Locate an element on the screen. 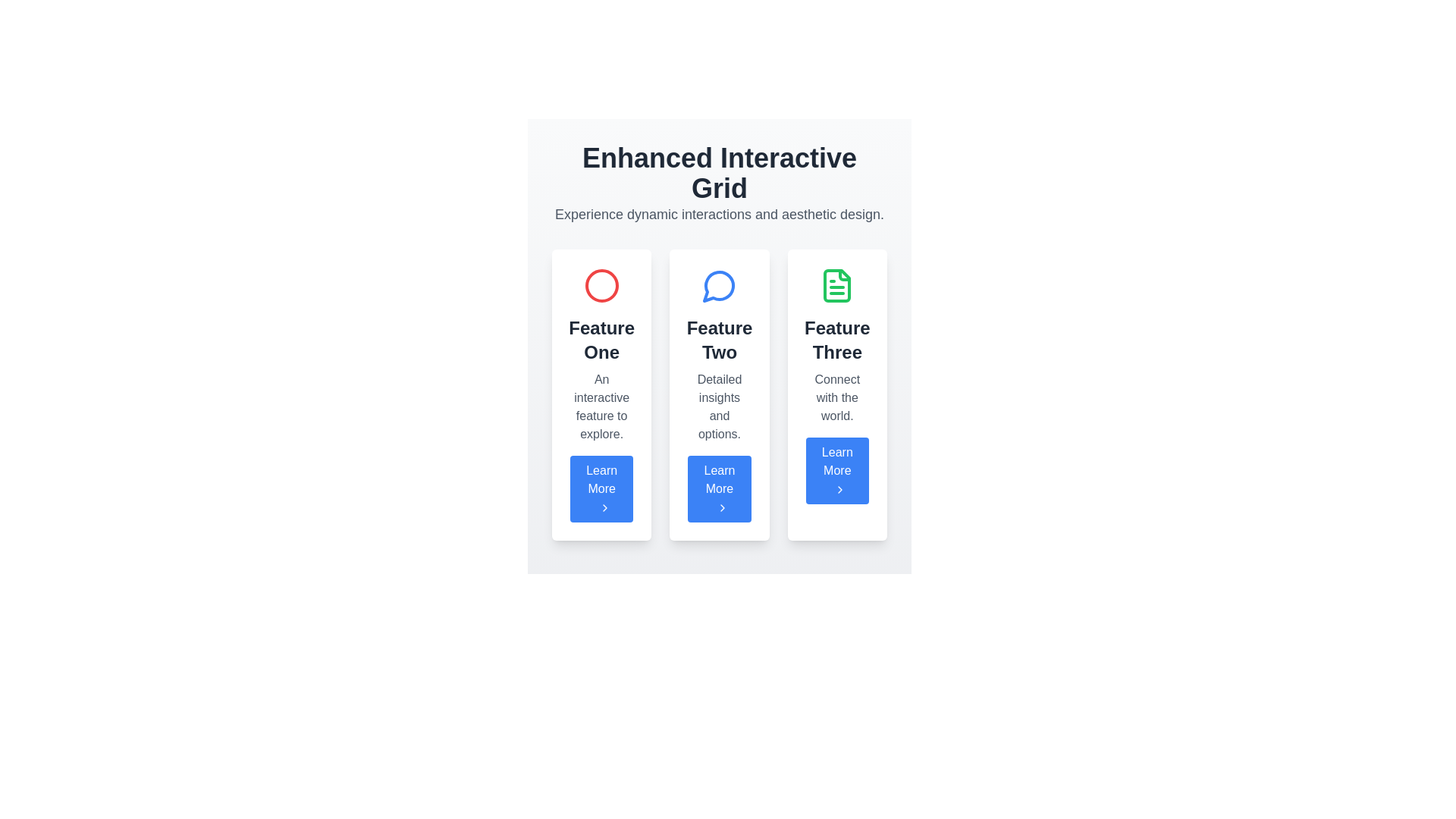 The image size is (1456, 819). the blue 'Learn More' button with rounded corners that shows a hover effect when interacted with, located under 'Feature Two' is located at coordinates (719, 488).